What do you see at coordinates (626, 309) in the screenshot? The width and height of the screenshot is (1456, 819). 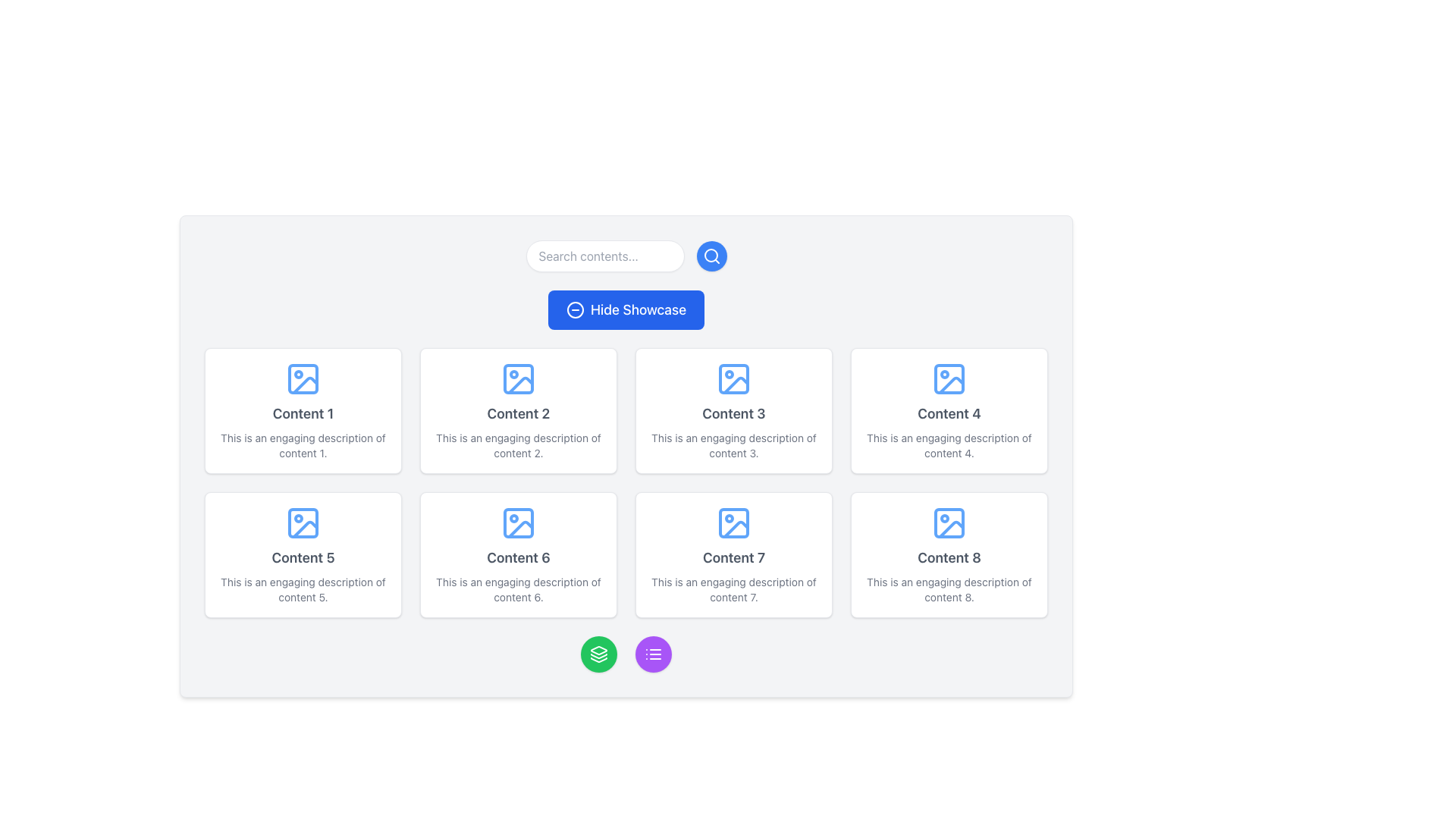 I see `the blue button labeled 'Hide Showcase' with white text and an icon resembling a minus symbol inside a circle` at bounding box center [626, 309].